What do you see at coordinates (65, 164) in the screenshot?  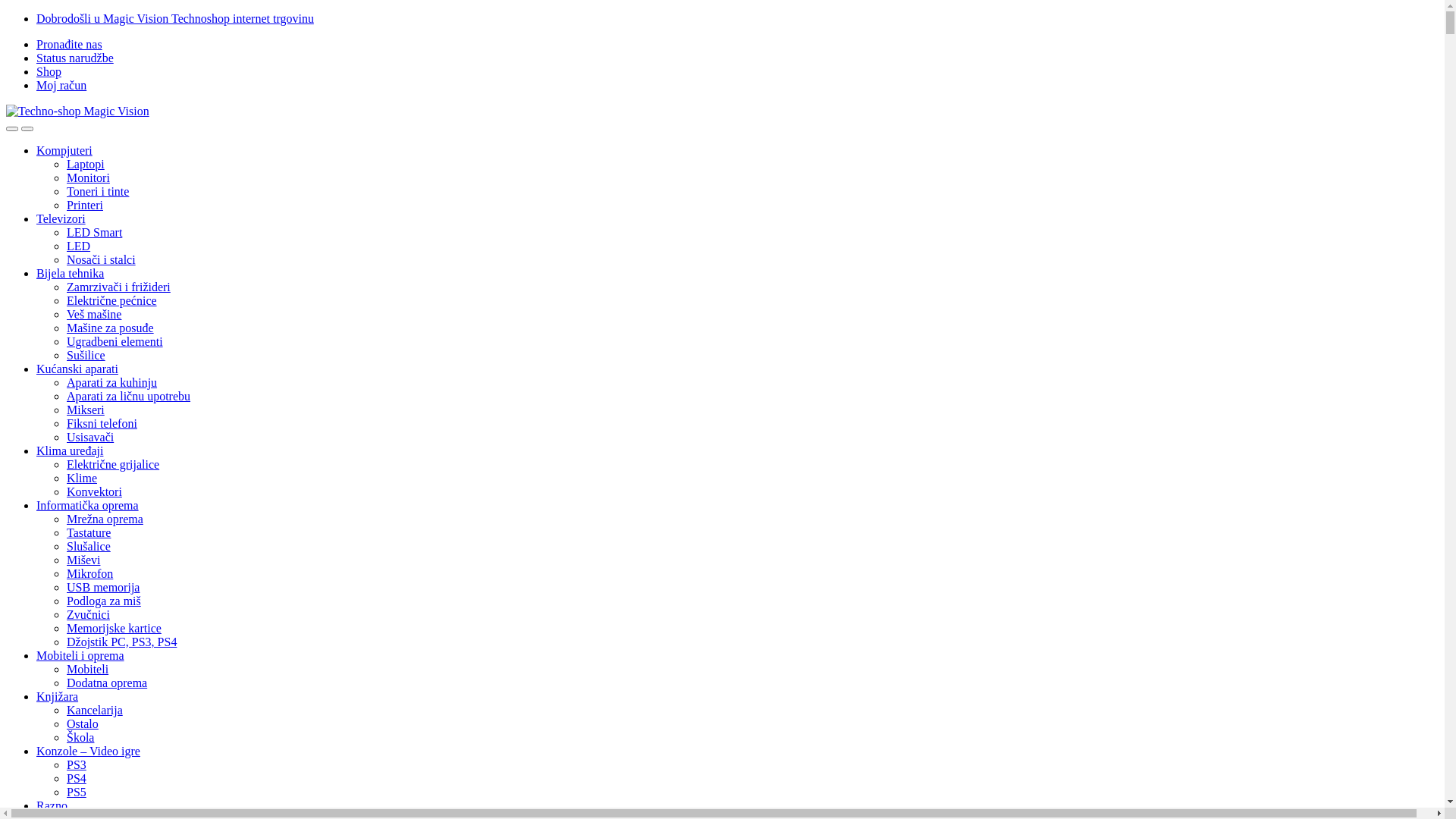 I see `'Laptopi'` at bounding box center [65, 164].